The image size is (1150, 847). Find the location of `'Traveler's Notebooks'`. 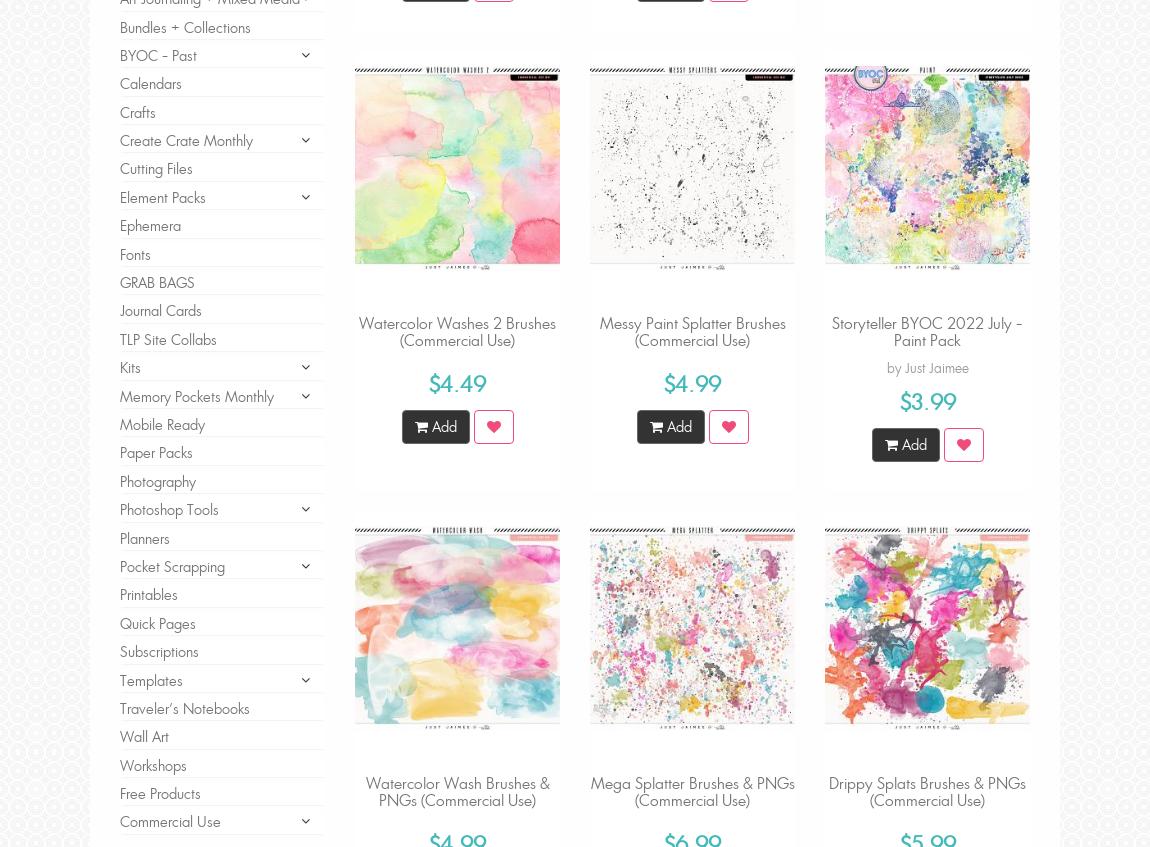

'Traveler's Notebooks' is located at coordinates (184, 707).